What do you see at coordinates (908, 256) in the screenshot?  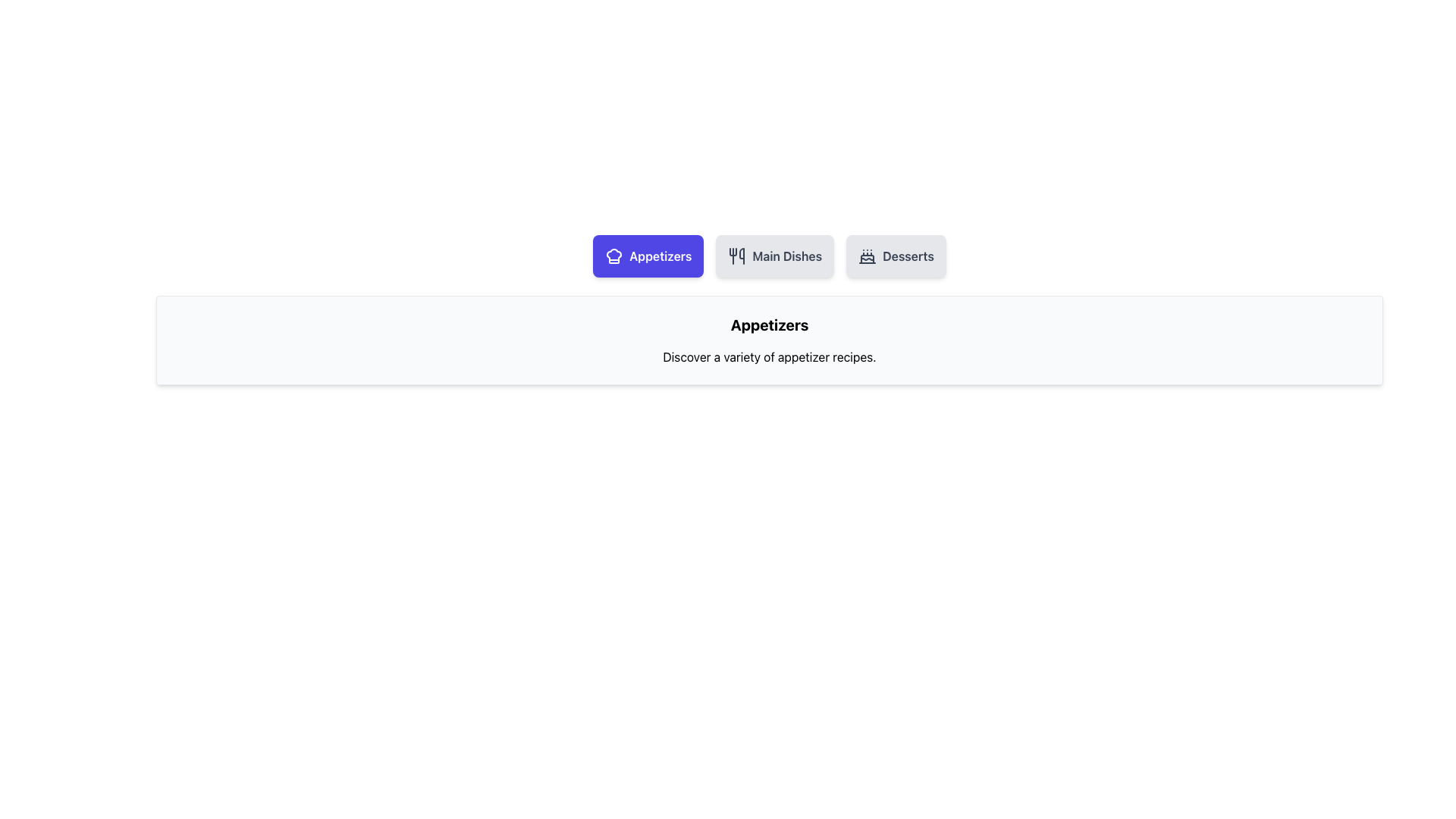 I see `the 'Desserts' text label, which is the rightmost item in a three-item horizontal navigation bar, styled in bold with a darker shade of gray` at bounding box center [908, 256].